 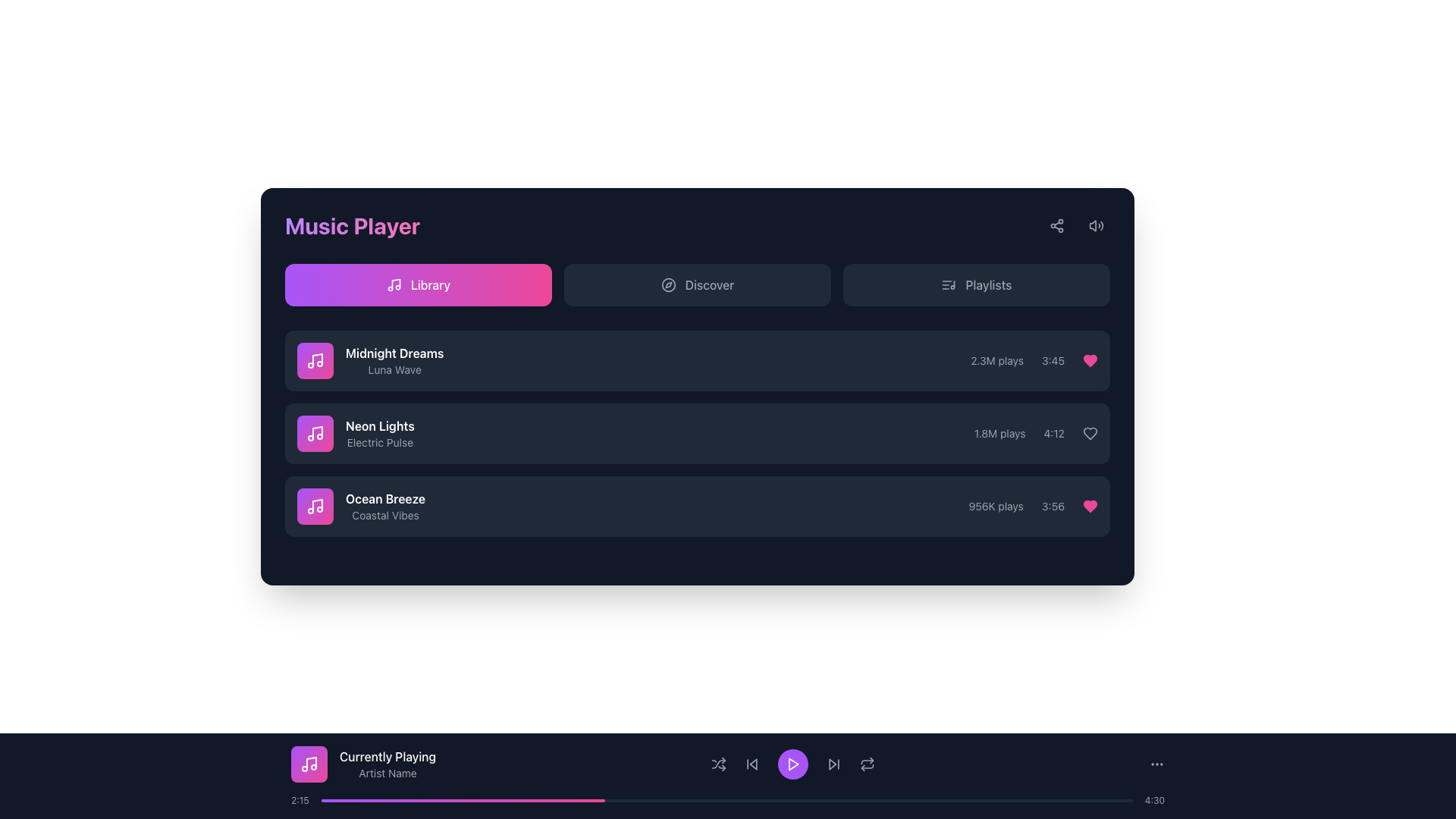 I want to click on the 'Playlists' text label that is part of the button situated in the top-right section of the interface, so click(x=989, y=284).